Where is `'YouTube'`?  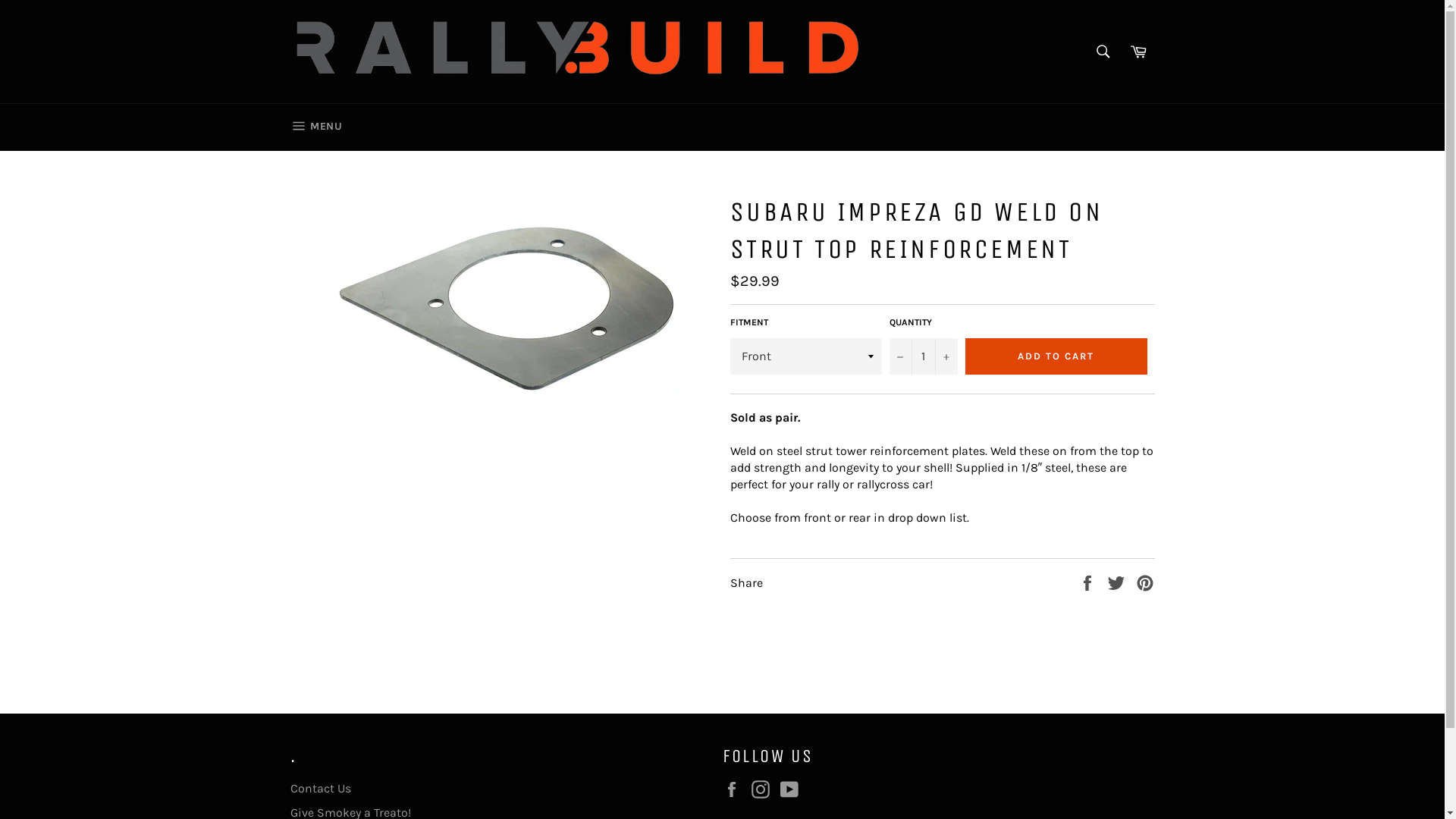
'YouTube' is located at coordinates (792, 789).